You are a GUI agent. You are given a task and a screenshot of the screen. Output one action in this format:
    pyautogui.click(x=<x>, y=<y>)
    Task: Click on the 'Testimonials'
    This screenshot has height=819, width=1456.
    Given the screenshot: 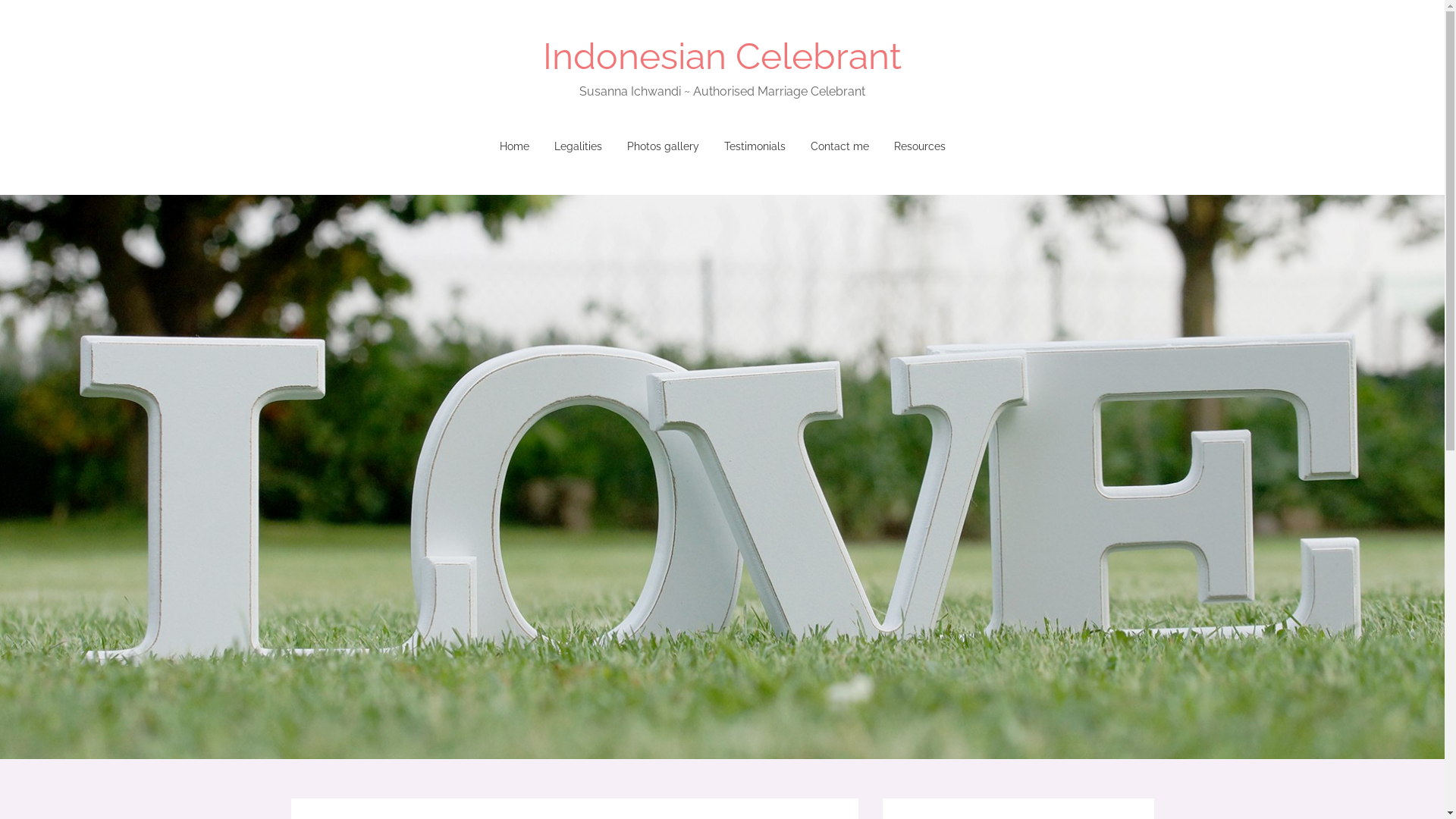 What is the action you would take?
    pyautogui.click(x=754, y=146)
    